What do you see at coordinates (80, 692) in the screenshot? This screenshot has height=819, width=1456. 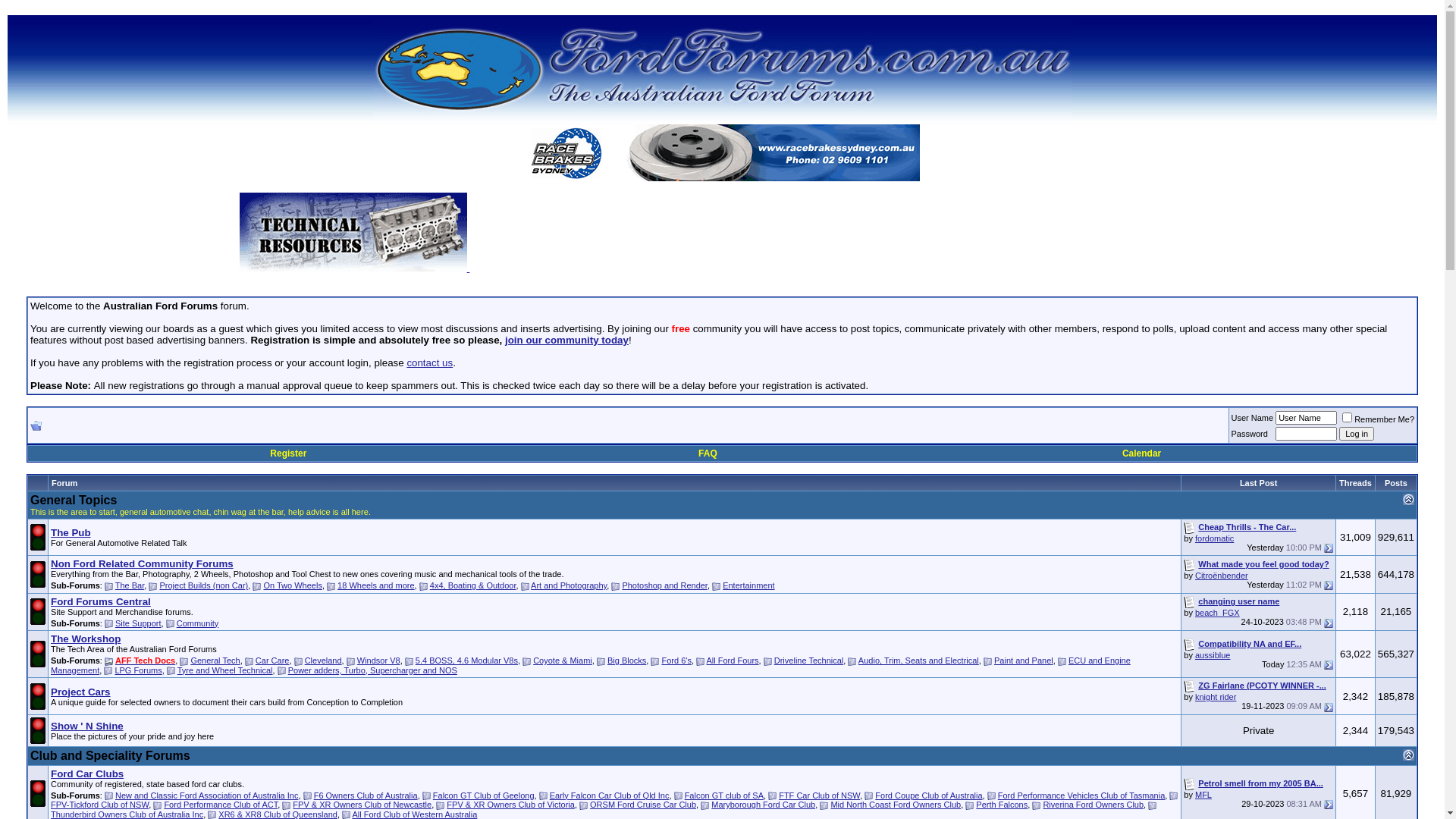 I see `'Project Cars'` at bounding box center [80, 692].